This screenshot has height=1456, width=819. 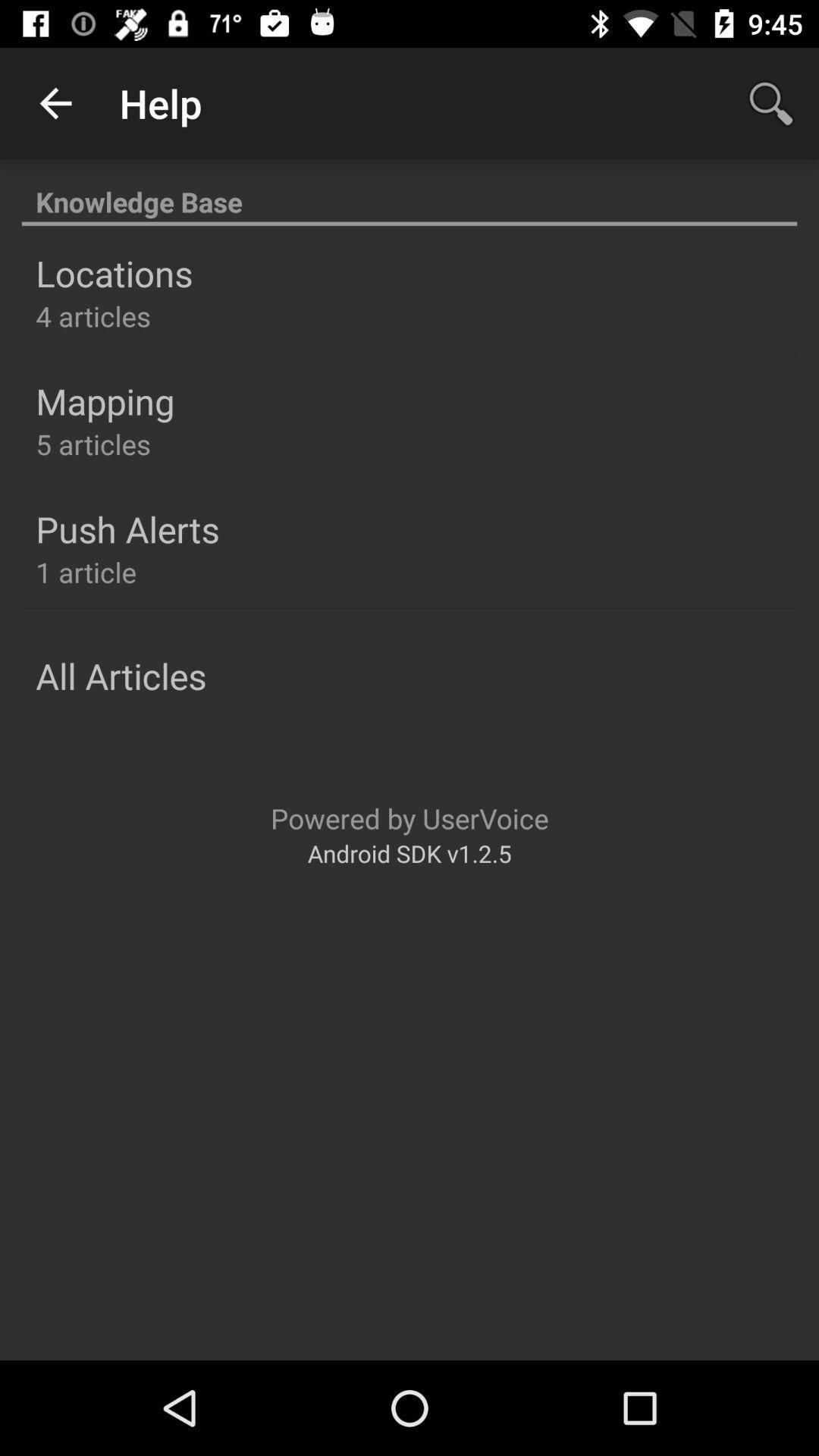 What do you see at coordinates (113, 273) in the screenshot?
I see `the item below the knowledge base icon` at bounding box center [113, 273].